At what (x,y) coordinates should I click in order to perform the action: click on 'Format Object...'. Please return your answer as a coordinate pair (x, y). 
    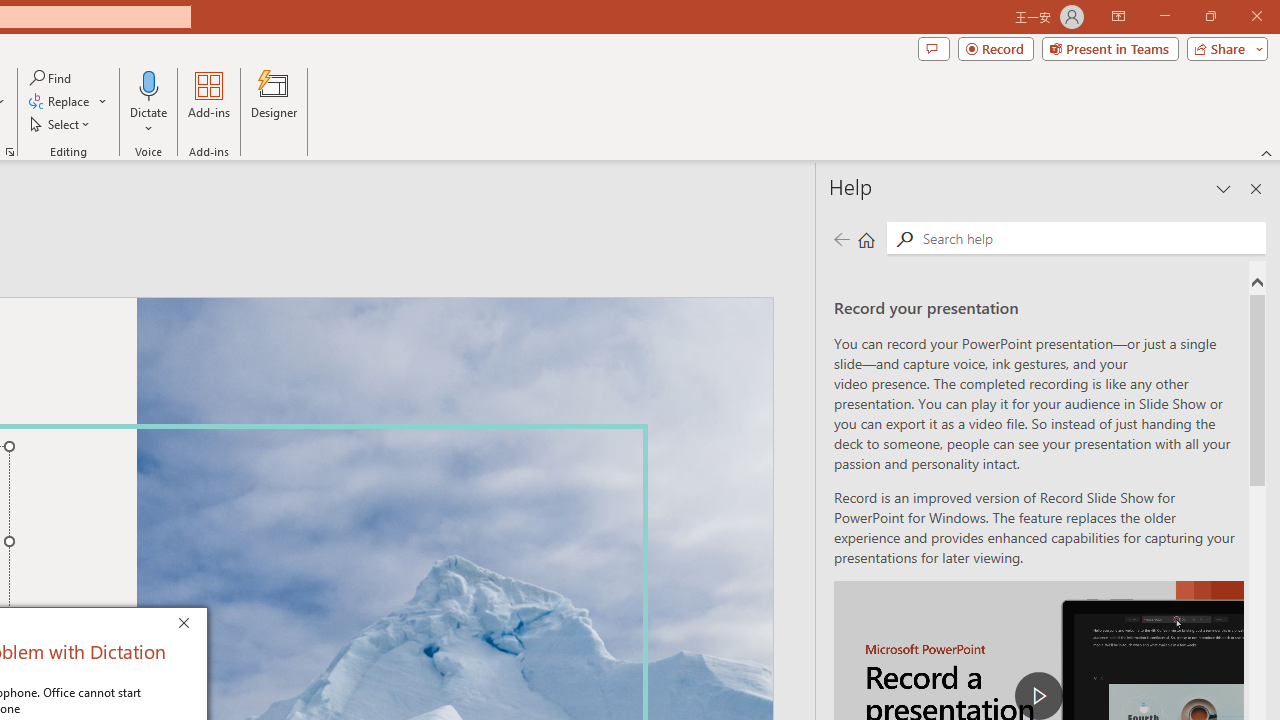
    Looking at the image, I should click on (10, 150).